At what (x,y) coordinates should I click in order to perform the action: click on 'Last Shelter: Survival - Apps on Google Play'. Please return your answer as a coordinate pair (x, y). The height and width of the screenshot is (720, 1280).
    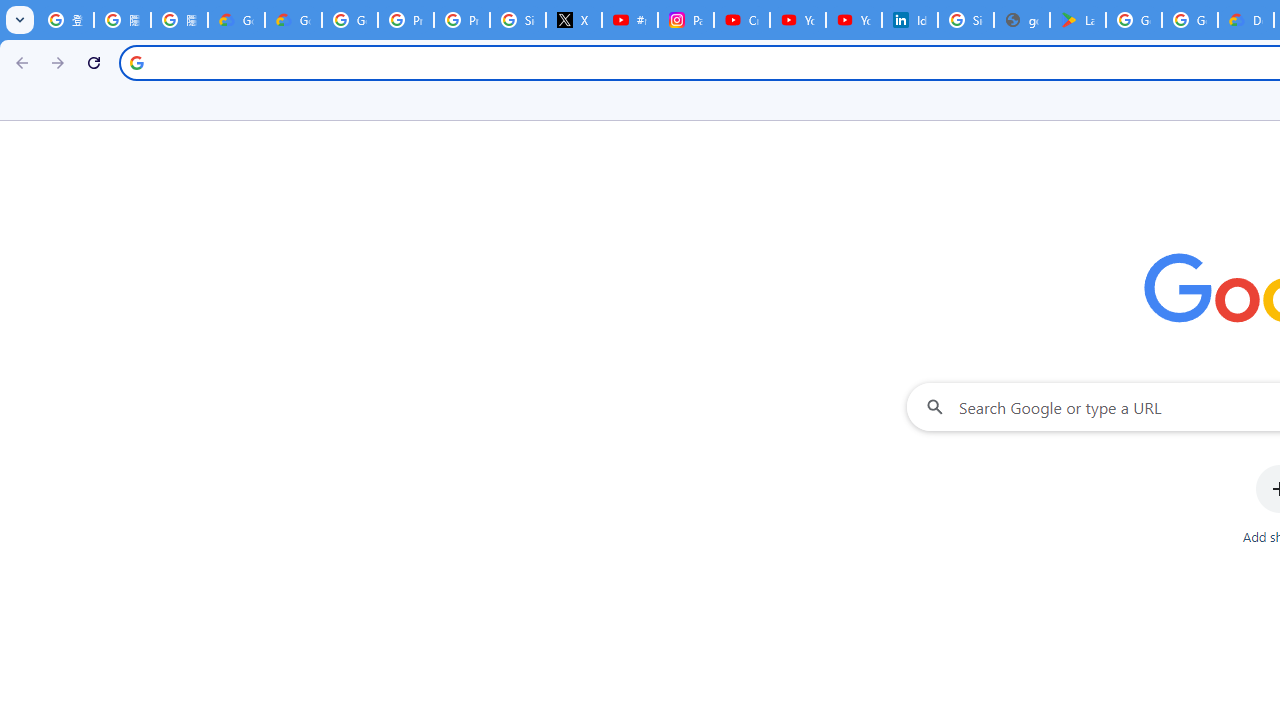
    Looking at the image, I should click on (1076, 20).